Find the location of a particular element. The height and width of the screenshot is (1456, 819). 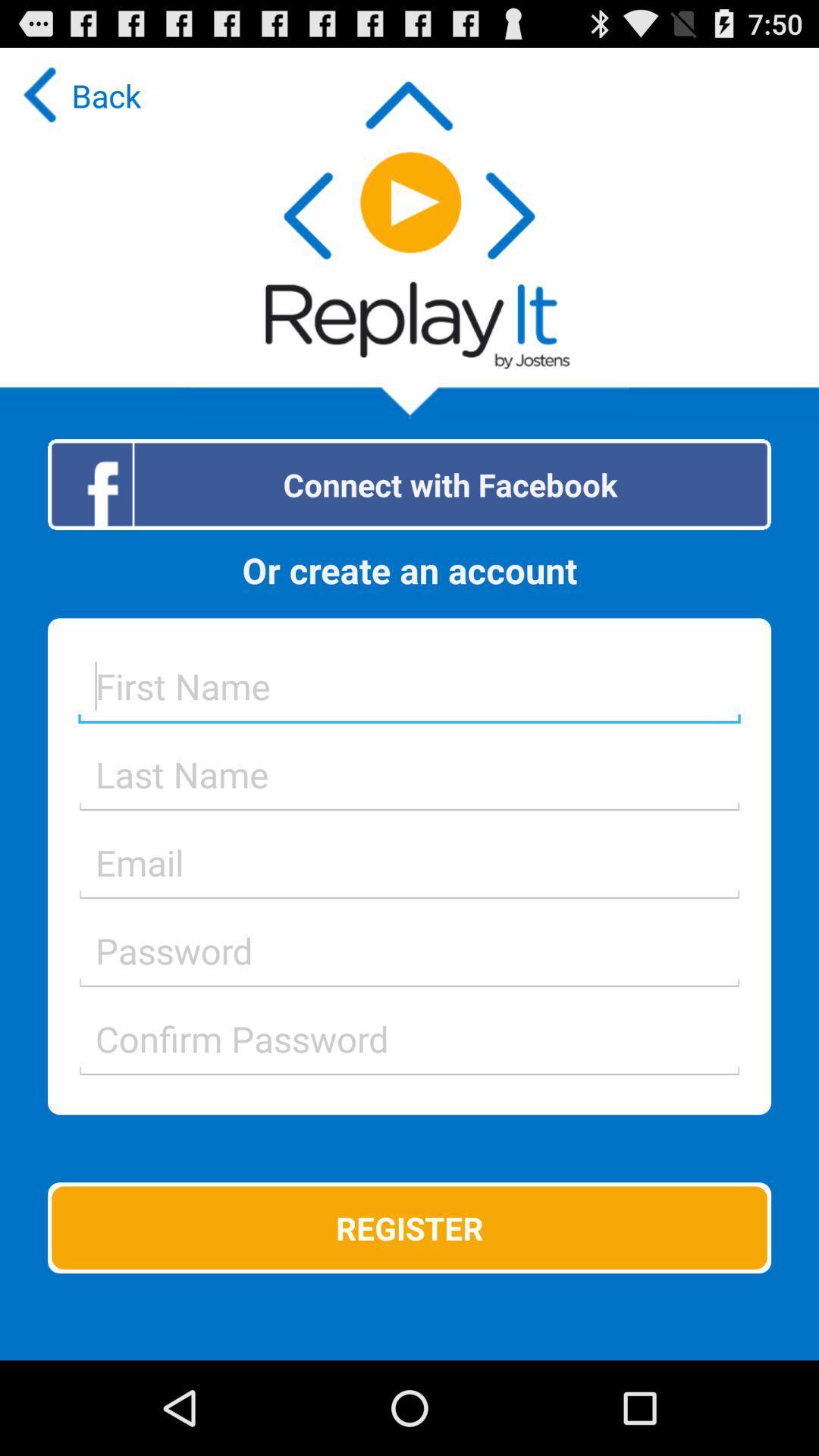

register item is located at coordinates (409, 1228).